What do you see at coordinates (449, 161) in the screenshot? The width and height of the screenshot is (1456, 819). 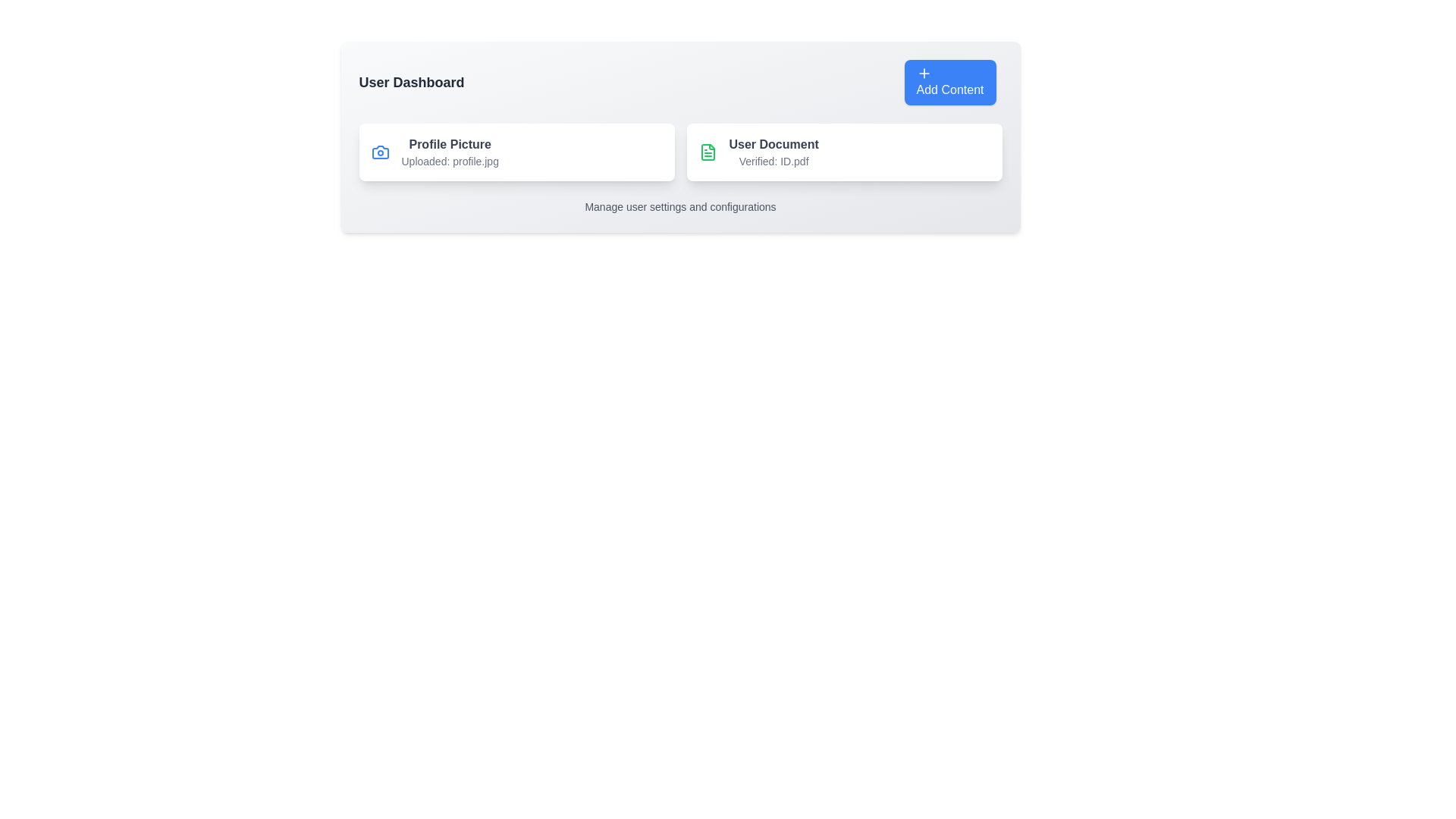 I see `the text label component that provides information about the uploaded profile picture file, located directly below the 'Profile Picture' title and adjacent to a camera icon` at bounding box center [449, 161].